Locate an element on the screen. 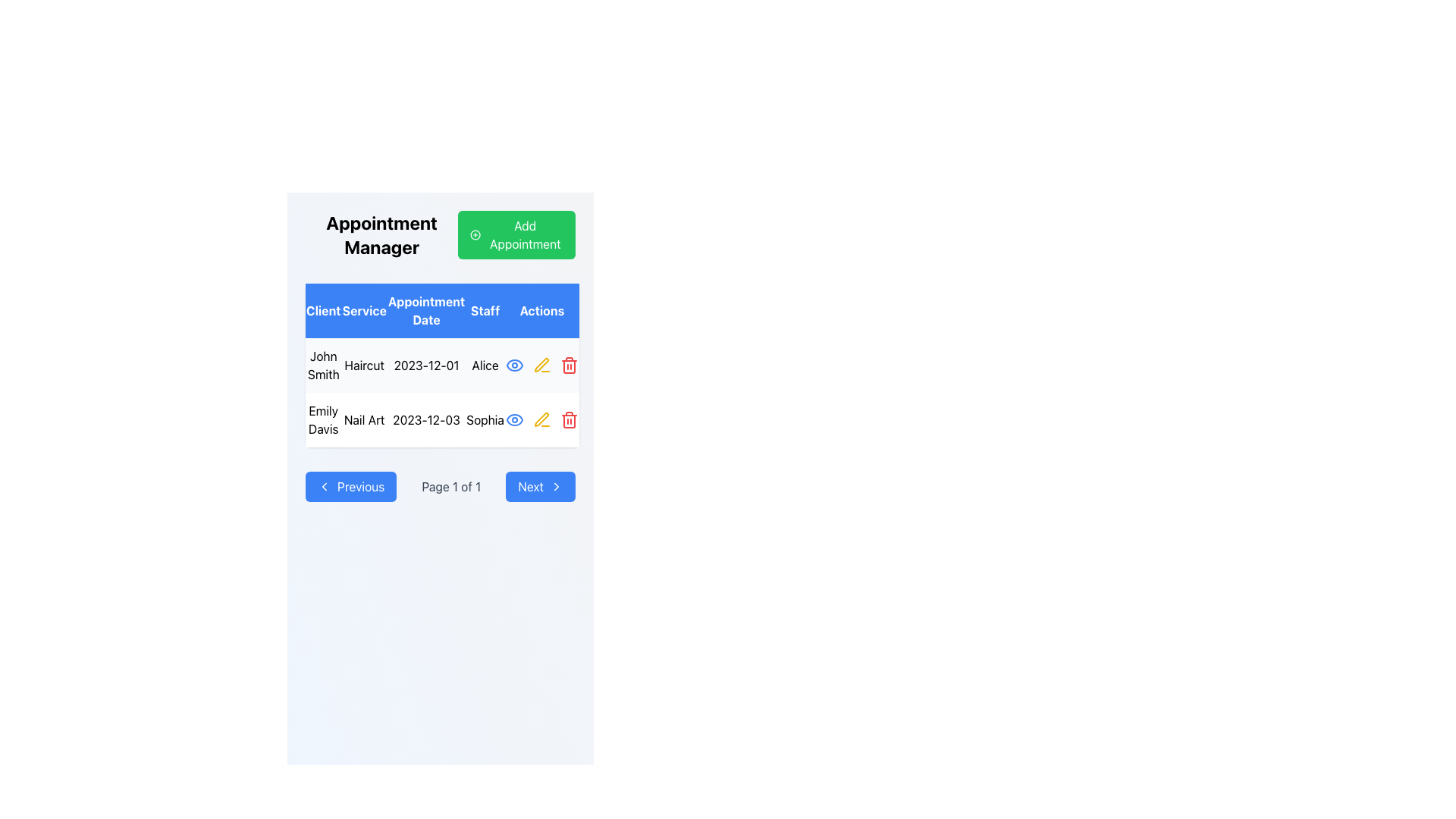  date displayed in the Text Display element located under the 'Appointment Date' column in the second row of the table, which shows '2023-12-01' is located at coordinates (425, 366).